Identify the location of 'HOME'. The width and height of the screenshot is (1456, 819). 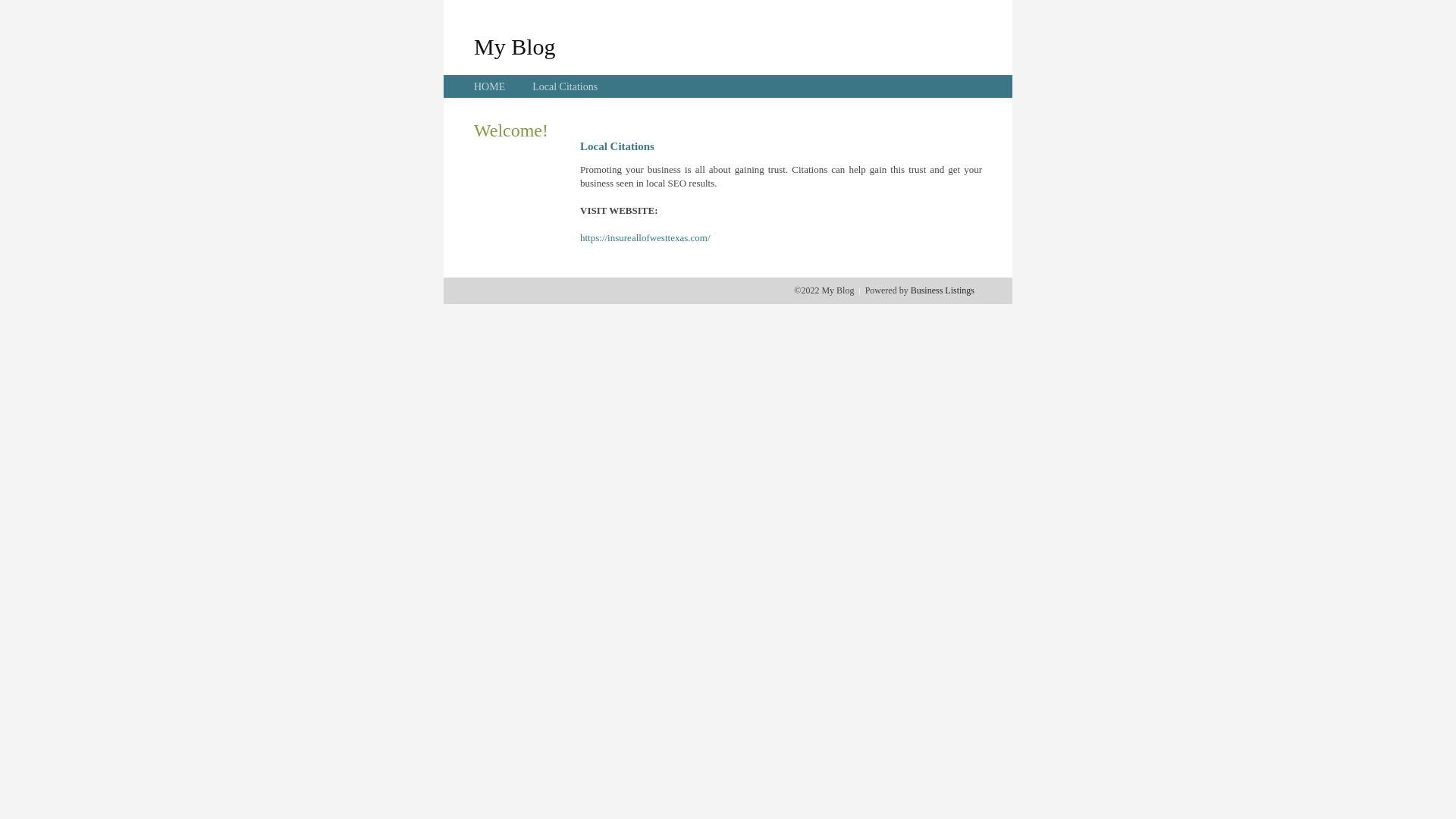
(489, 86).